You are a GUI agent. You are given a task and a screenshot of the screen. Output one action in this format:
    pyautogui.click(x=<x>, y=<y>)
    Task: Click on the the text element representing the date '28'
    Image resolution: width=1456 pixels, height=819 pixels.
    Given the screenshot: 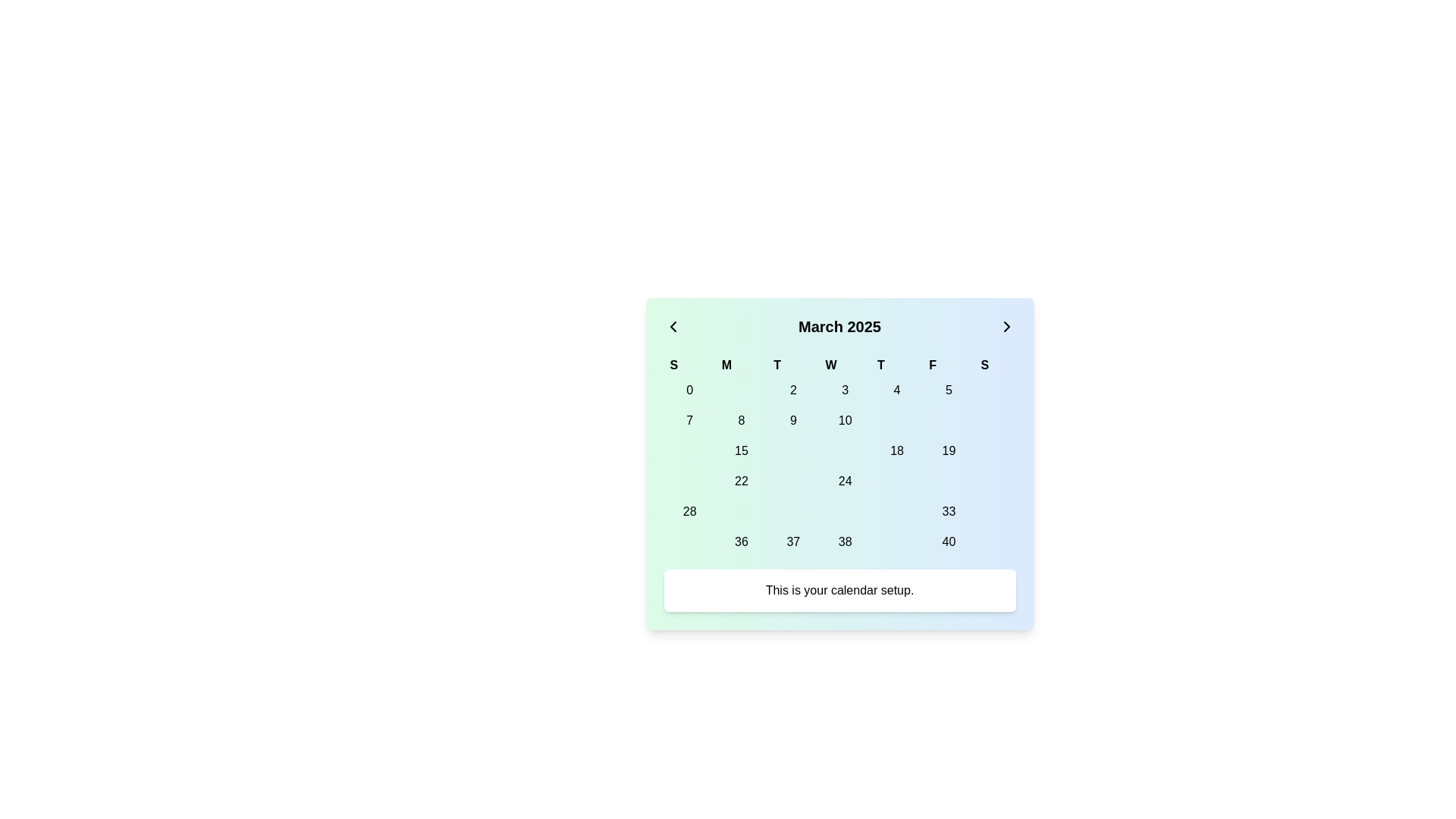 What is the action you would take?
    pyautogui.click(x=689, y=512)
    